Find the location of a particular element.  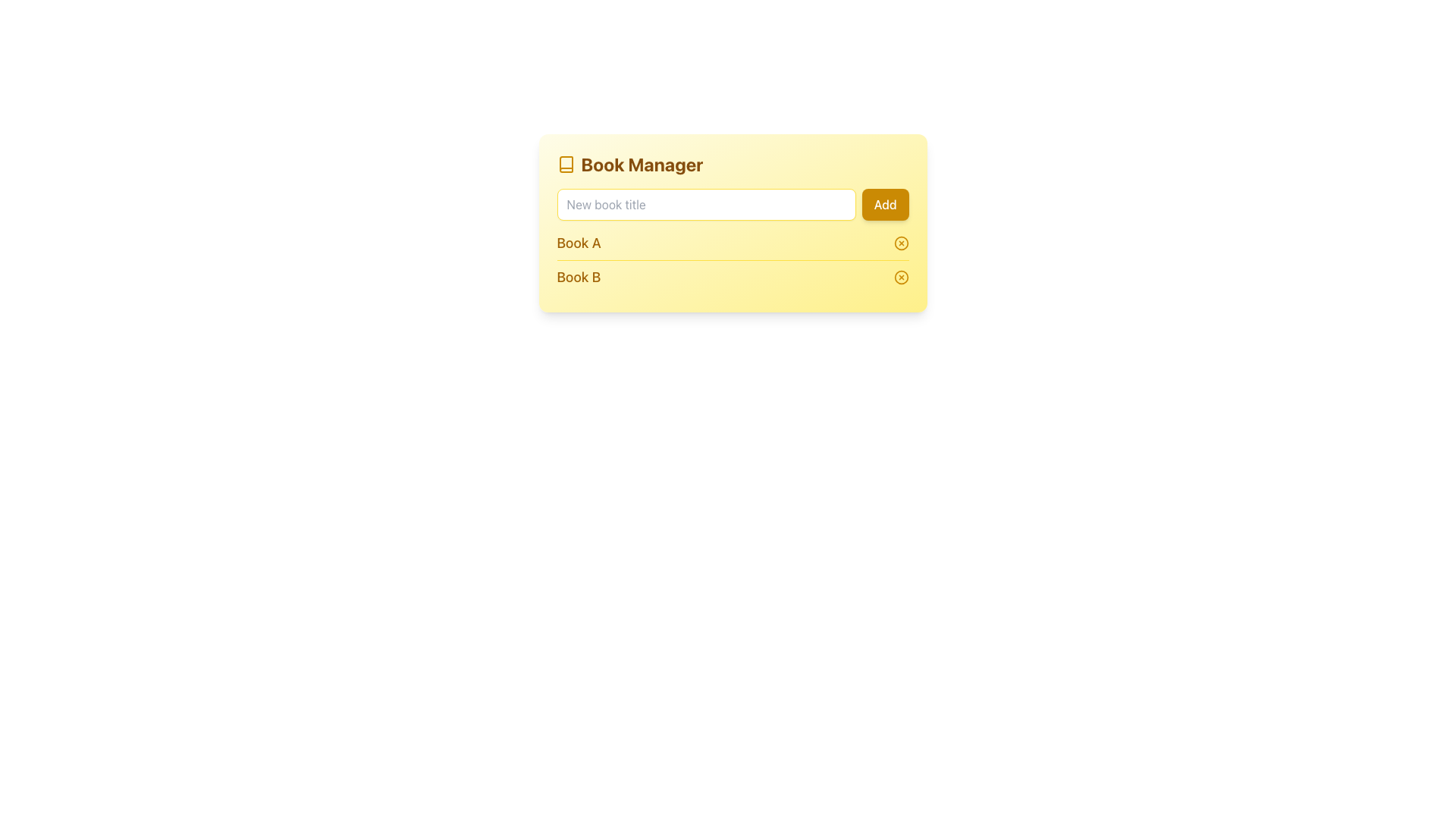

the label representing 'Book A' in the first row of book entries within the 'Book Manager' section is located at coordinates (578, 242).